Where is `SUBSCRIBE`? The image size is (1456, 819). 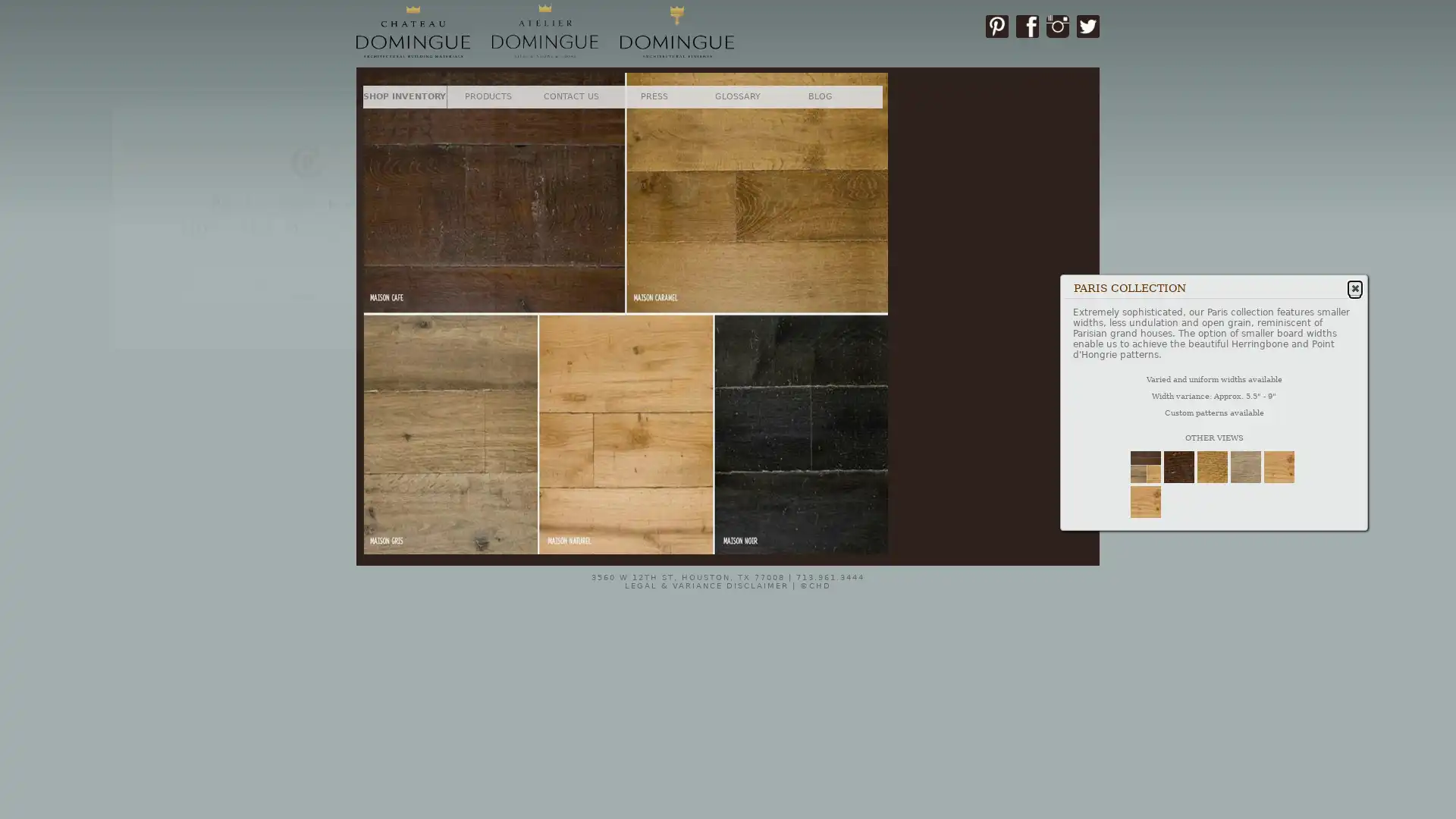
SUBSCRIBE is located at coordinates (442, 295).